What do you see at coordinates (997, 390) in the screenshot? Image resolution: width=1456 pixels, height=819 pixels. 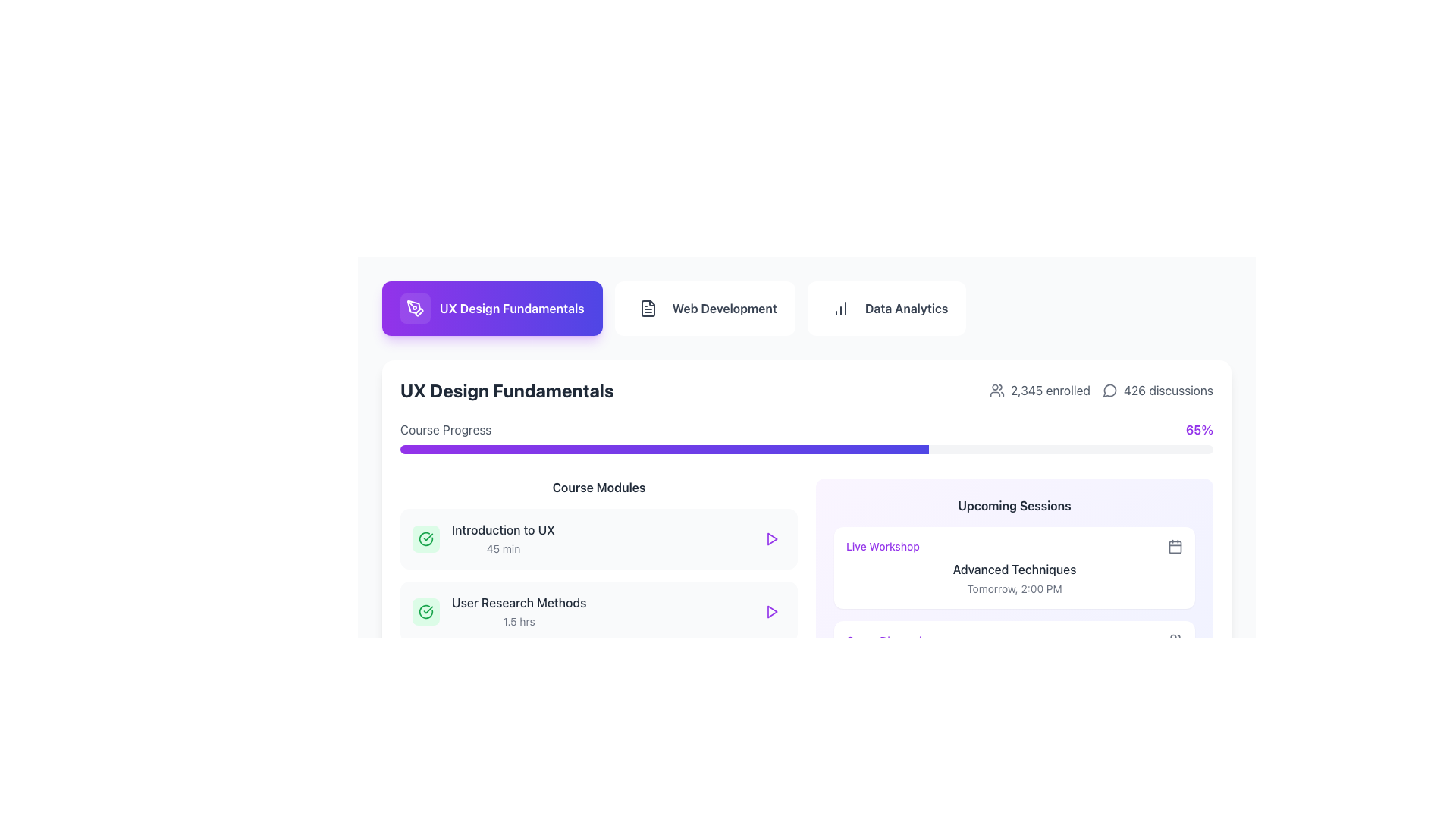 I see `the user icon representing a group of users, which is styled in gray and located to the left of the text '2,345 enrolled' near the top-right corner of the 'UX Design Fundamentals' section` at bounding box center [997, 390].